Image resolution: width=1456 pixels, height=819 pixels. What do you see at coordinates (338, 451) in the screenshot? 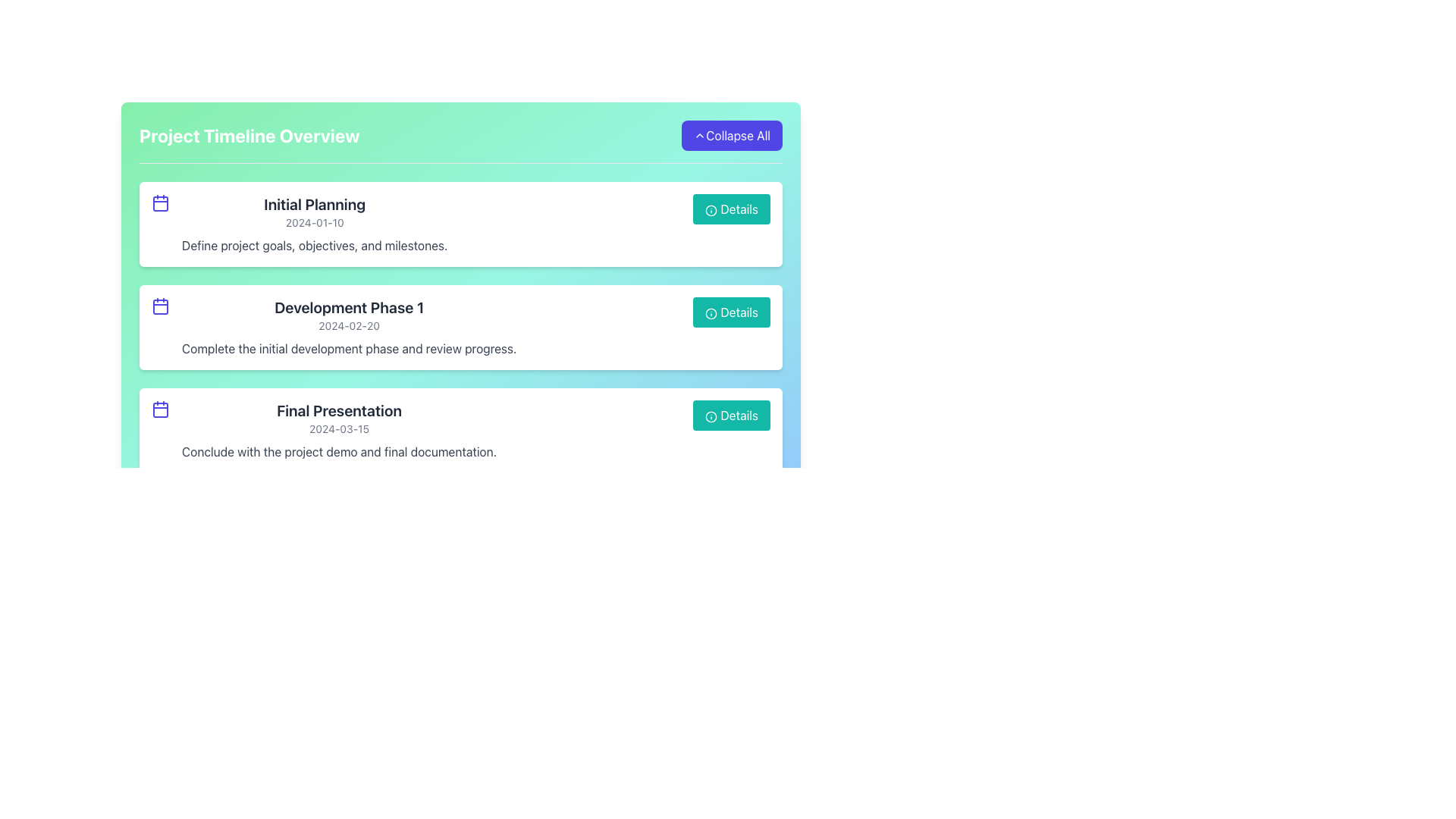
I see `the text element containing 'Conclude with the project demo and final documentation.' which is located in the 'Final Presentation' section, below the title and date` at bounding box center [338, 451].